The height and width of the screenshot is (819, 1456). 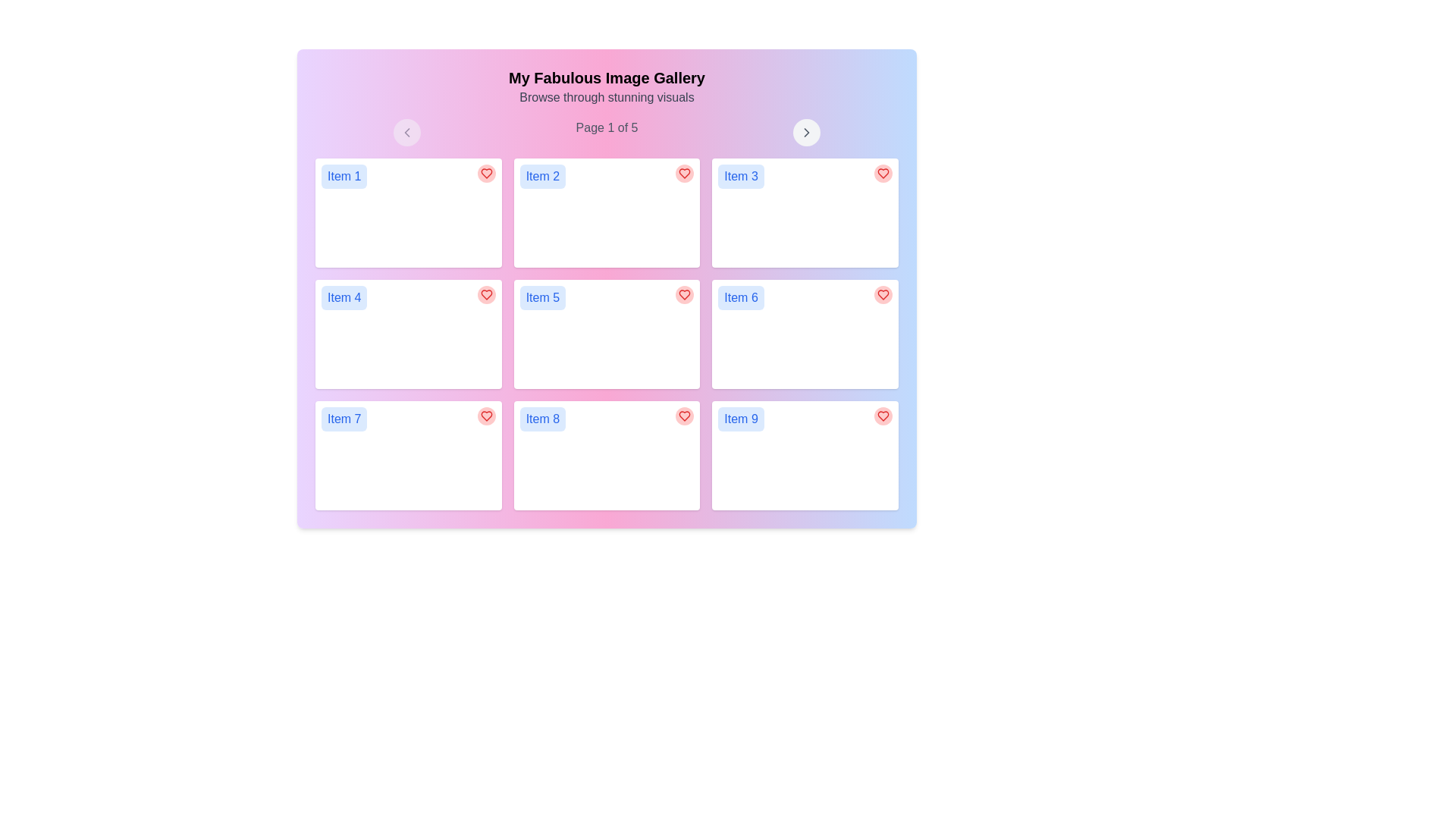 I want to click on the heart icon located in the top-right corner of the card labeled 'Item 8', so click(x=684, y=416).